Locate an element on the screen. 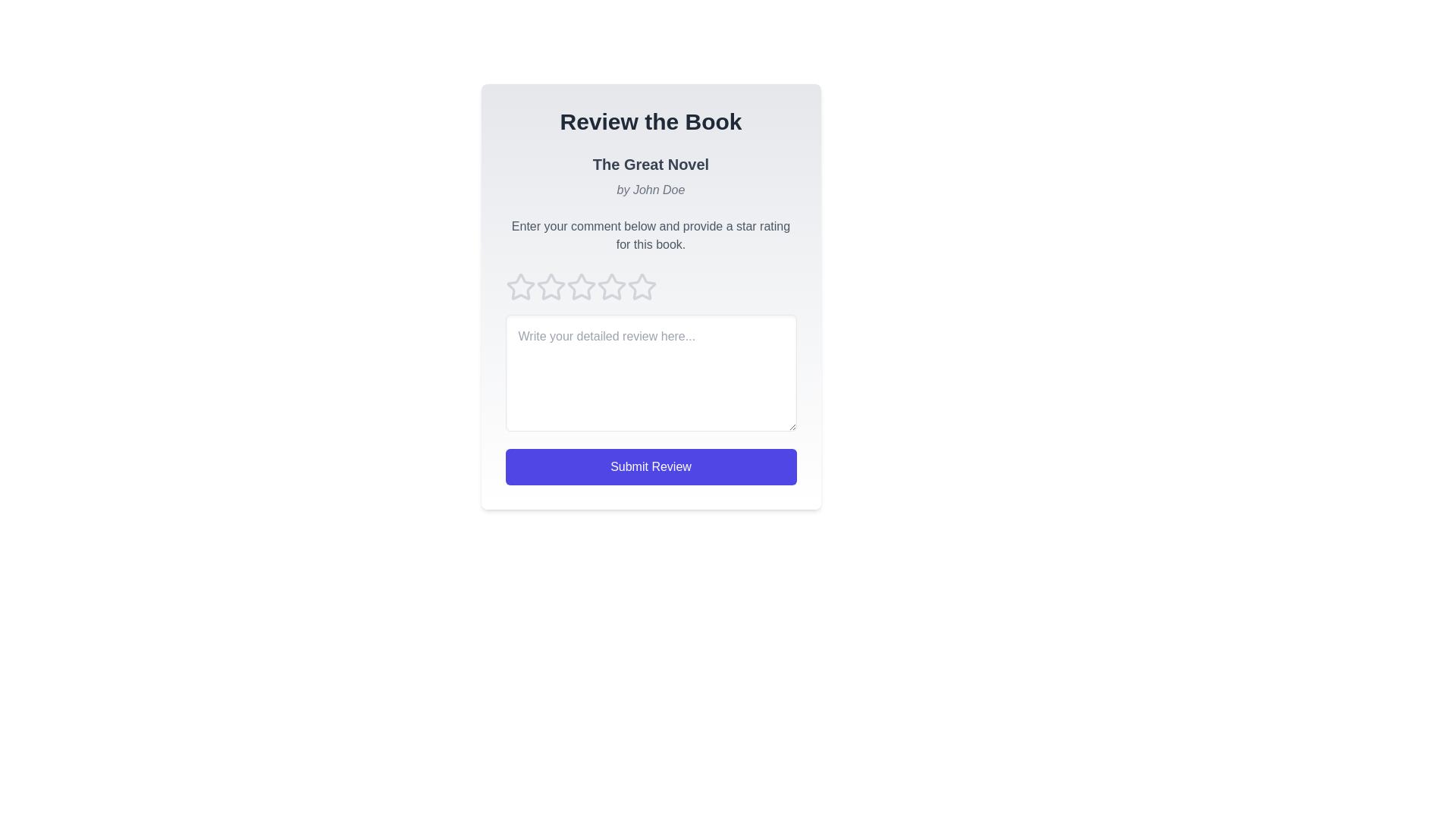  the star icon corresponding to 1 to preview the rating is located at coordinates (520, 287).